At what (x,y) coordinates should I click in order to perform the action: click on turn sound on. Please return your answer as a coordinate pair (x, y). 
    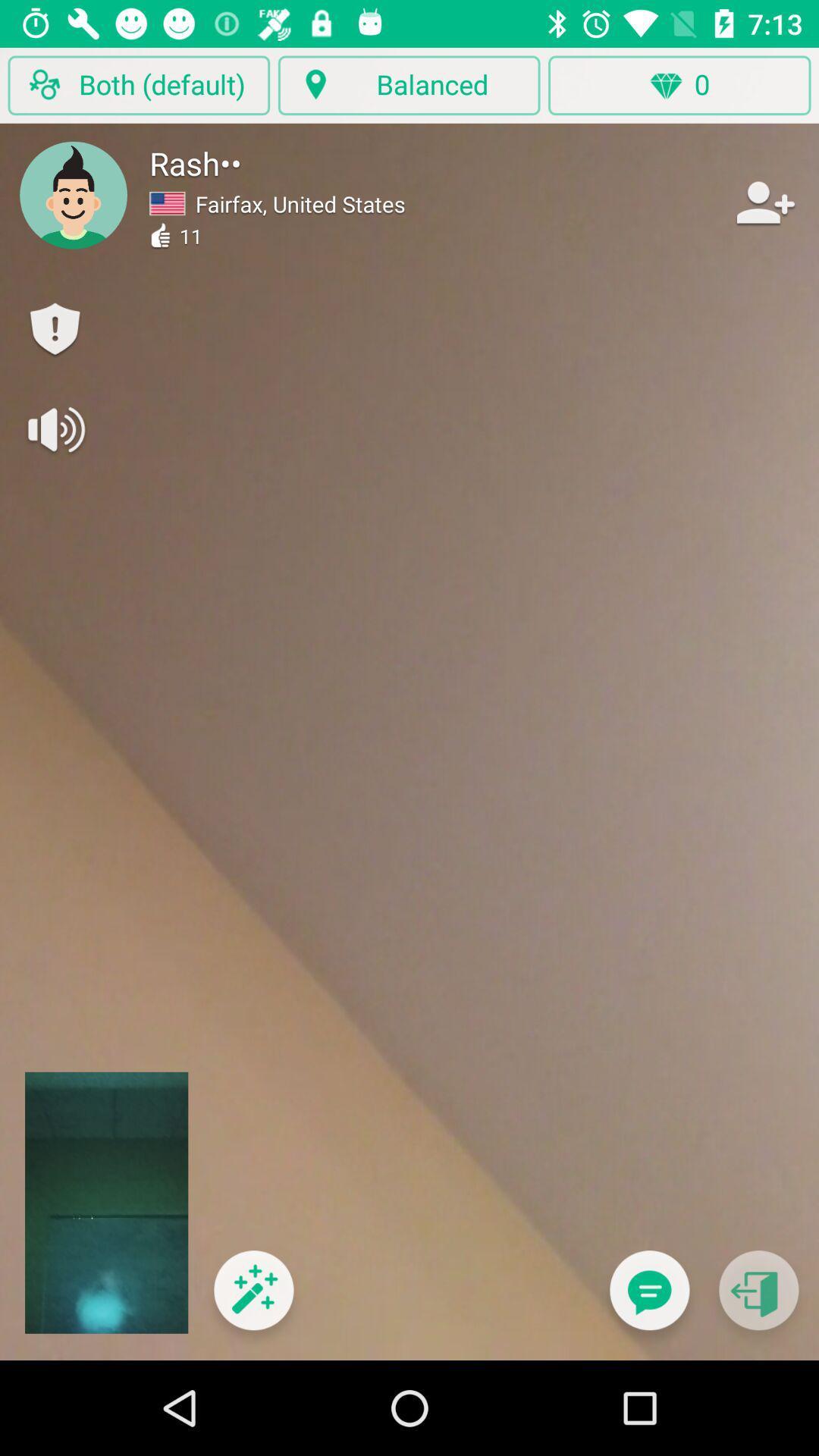
    Looking at the image, I should click on (54, 428).